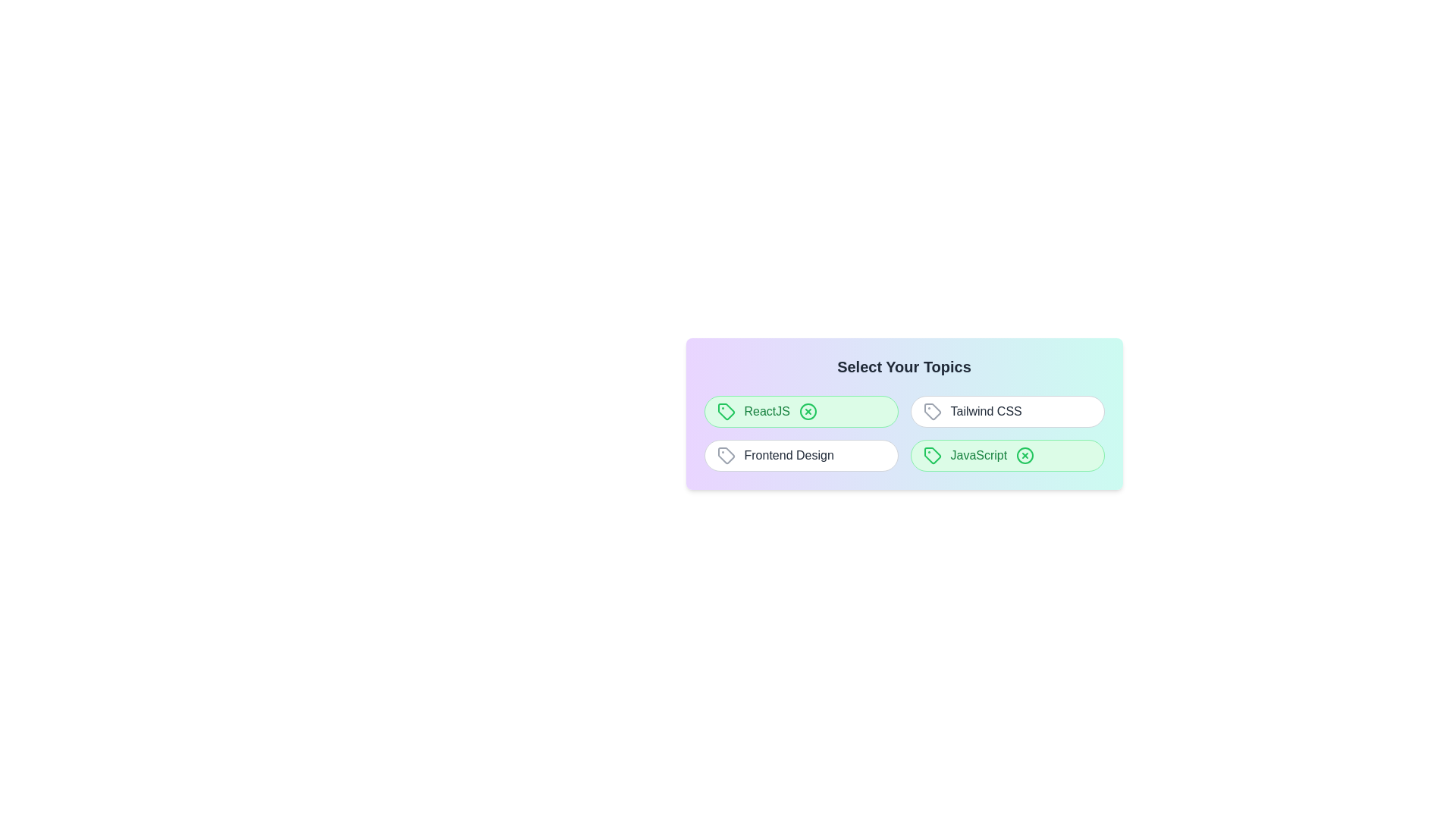 This screenshot has width=1456, height=819. I want to click on the topic Tailwind CSS, so click(1007, 412).